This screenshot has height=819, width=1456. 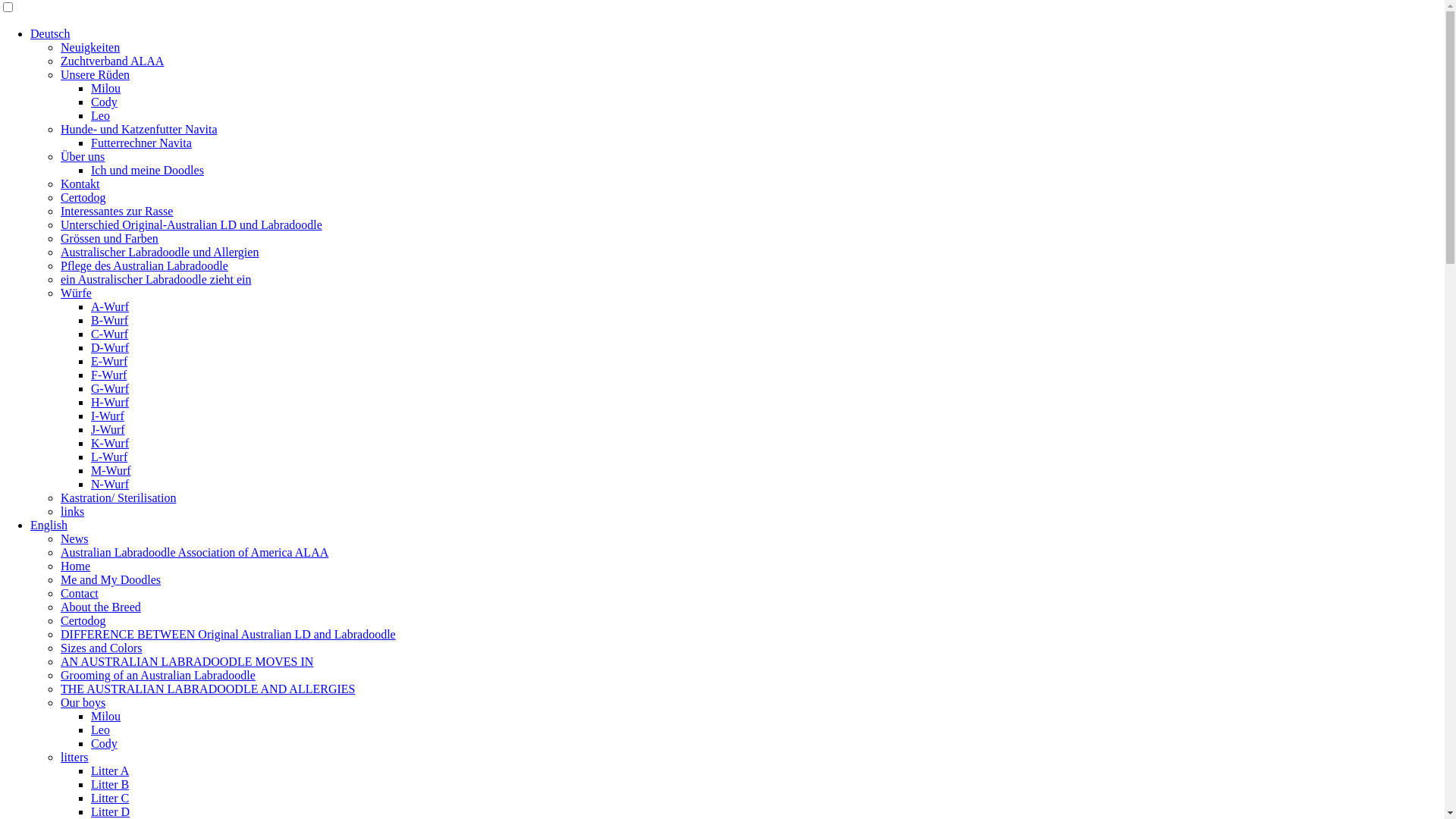 What do you see at coordinates (141, 143) in the screenshot?
I see `'Futterrechner Navita'` at bounding box center [141, 143].